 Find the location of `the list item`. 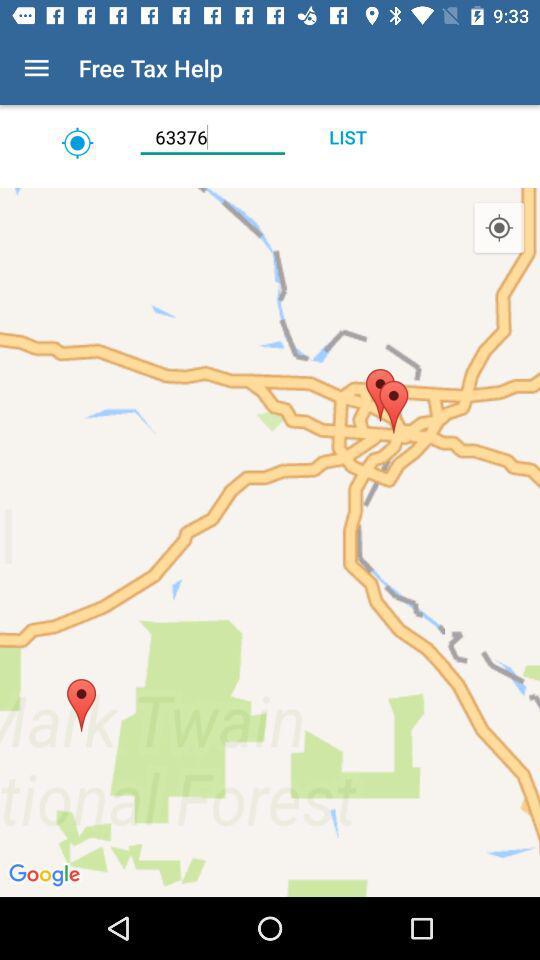

the list item is located at coordinates (346, 136).